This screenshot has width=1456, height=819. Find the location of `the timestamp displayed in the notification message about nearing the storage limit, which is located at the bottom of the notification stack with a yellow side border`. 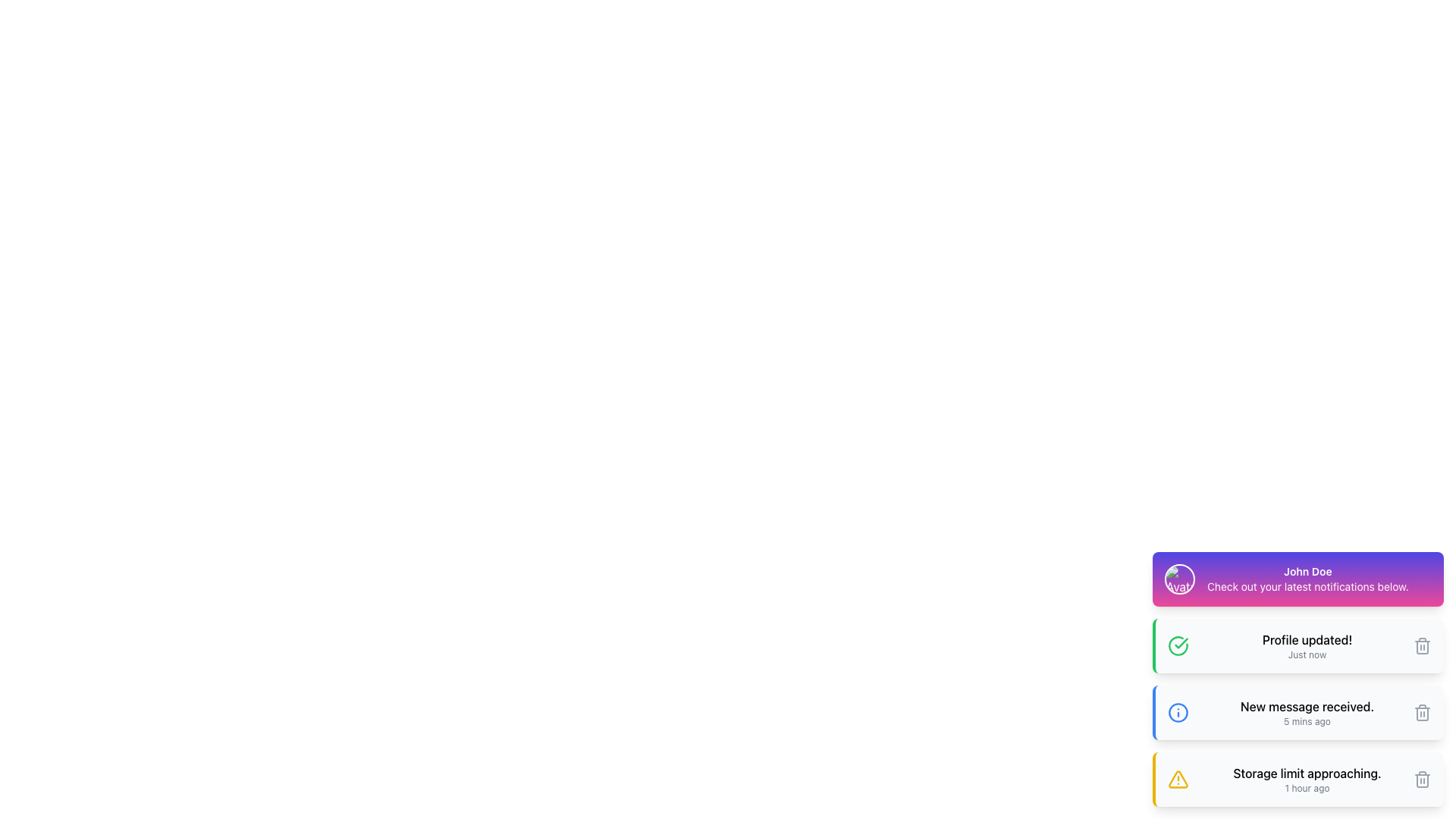

the timestamp displayed in the notification message about nearing the storage limit, which is located at the bottom of the notification stack with a yellow side border is located at coordinates (1306, 780).